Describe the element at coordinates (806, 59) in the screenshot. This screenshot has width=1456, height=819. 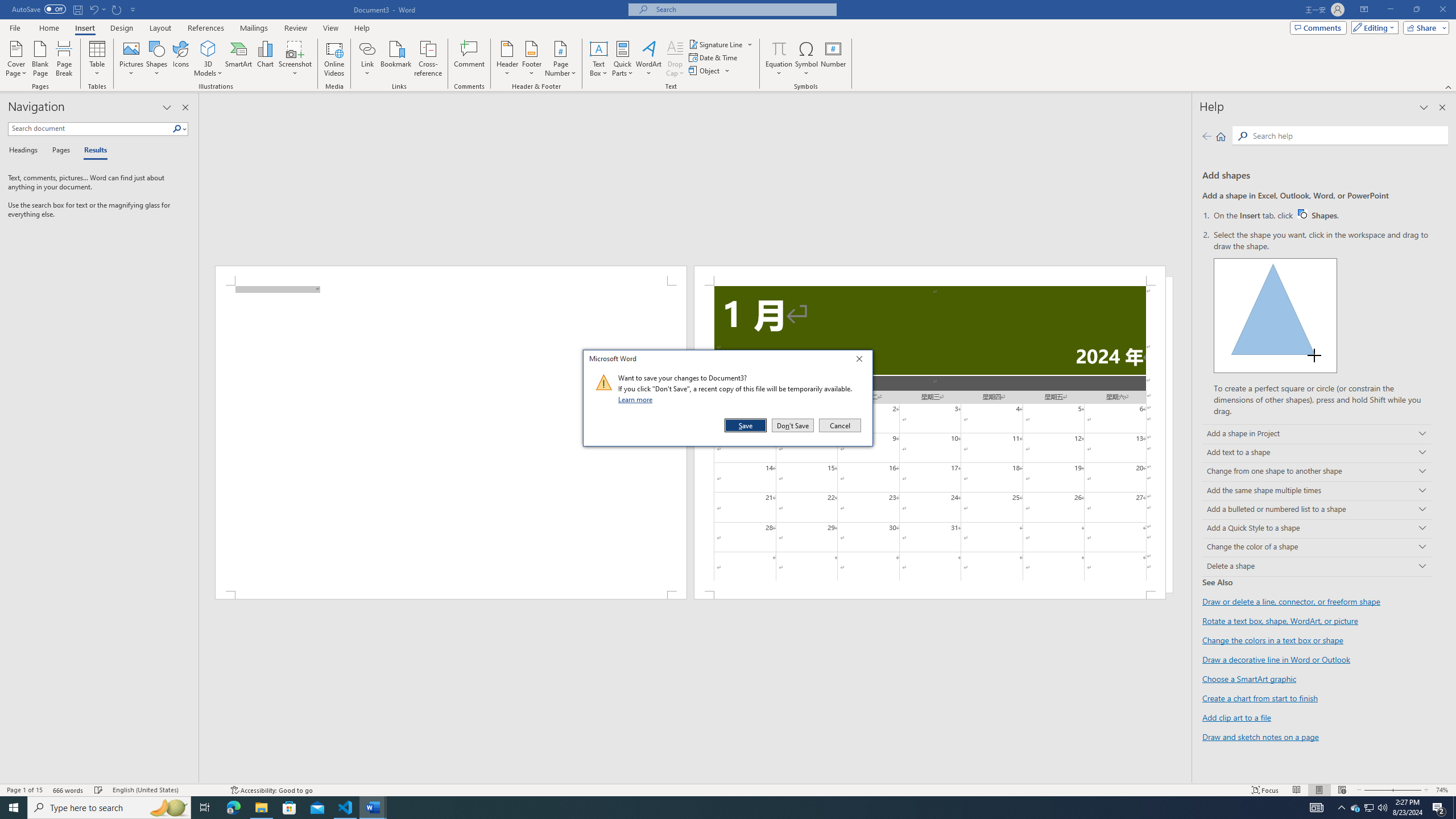
I see `'Symbol'` at that location.